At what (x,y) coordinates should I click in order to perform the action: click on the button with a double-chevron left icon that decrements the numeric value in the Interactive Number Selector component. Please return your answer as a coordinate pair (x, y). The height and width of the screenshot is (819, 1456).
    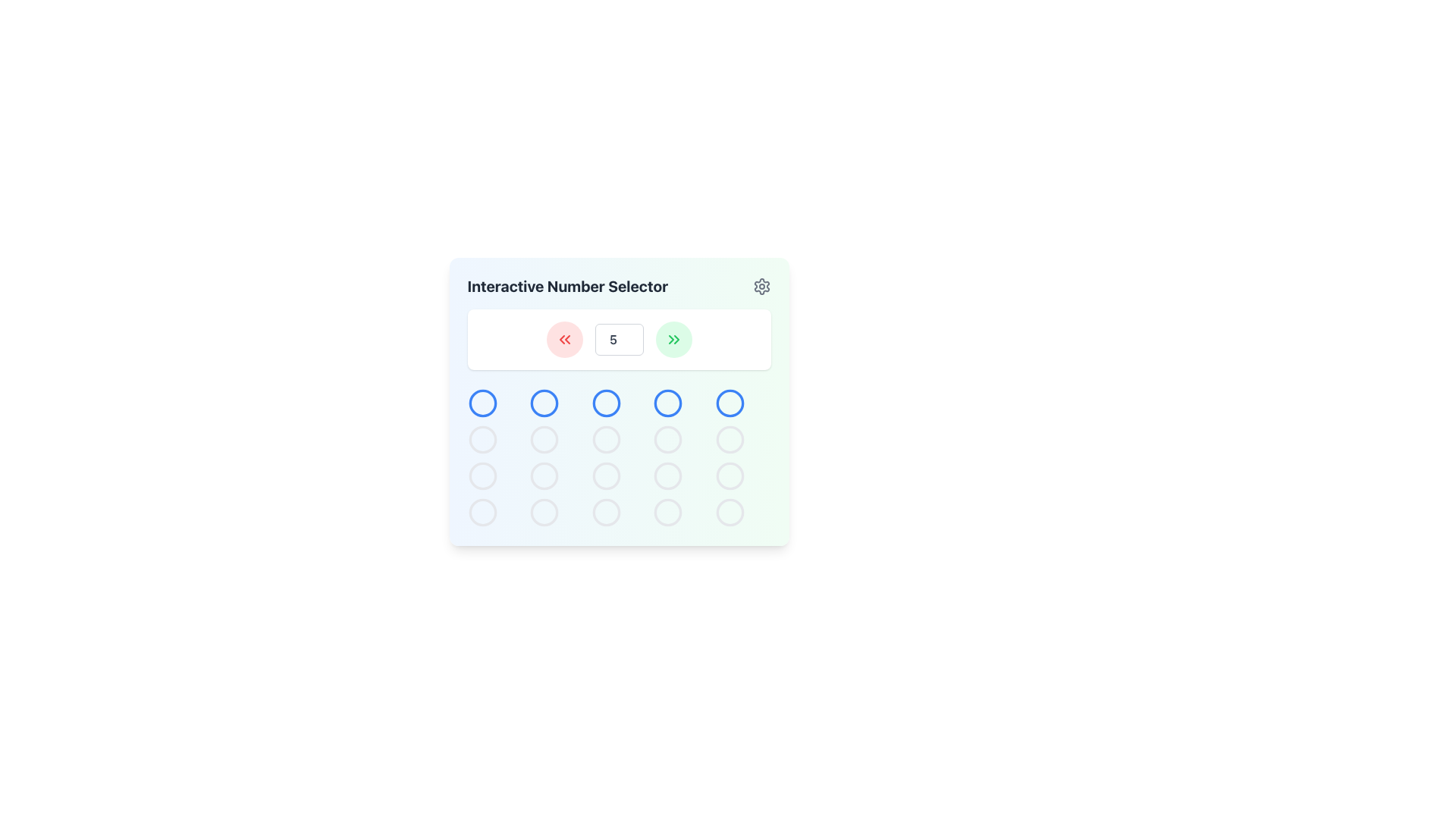
    Looking at the image, I should click on (563, 338).